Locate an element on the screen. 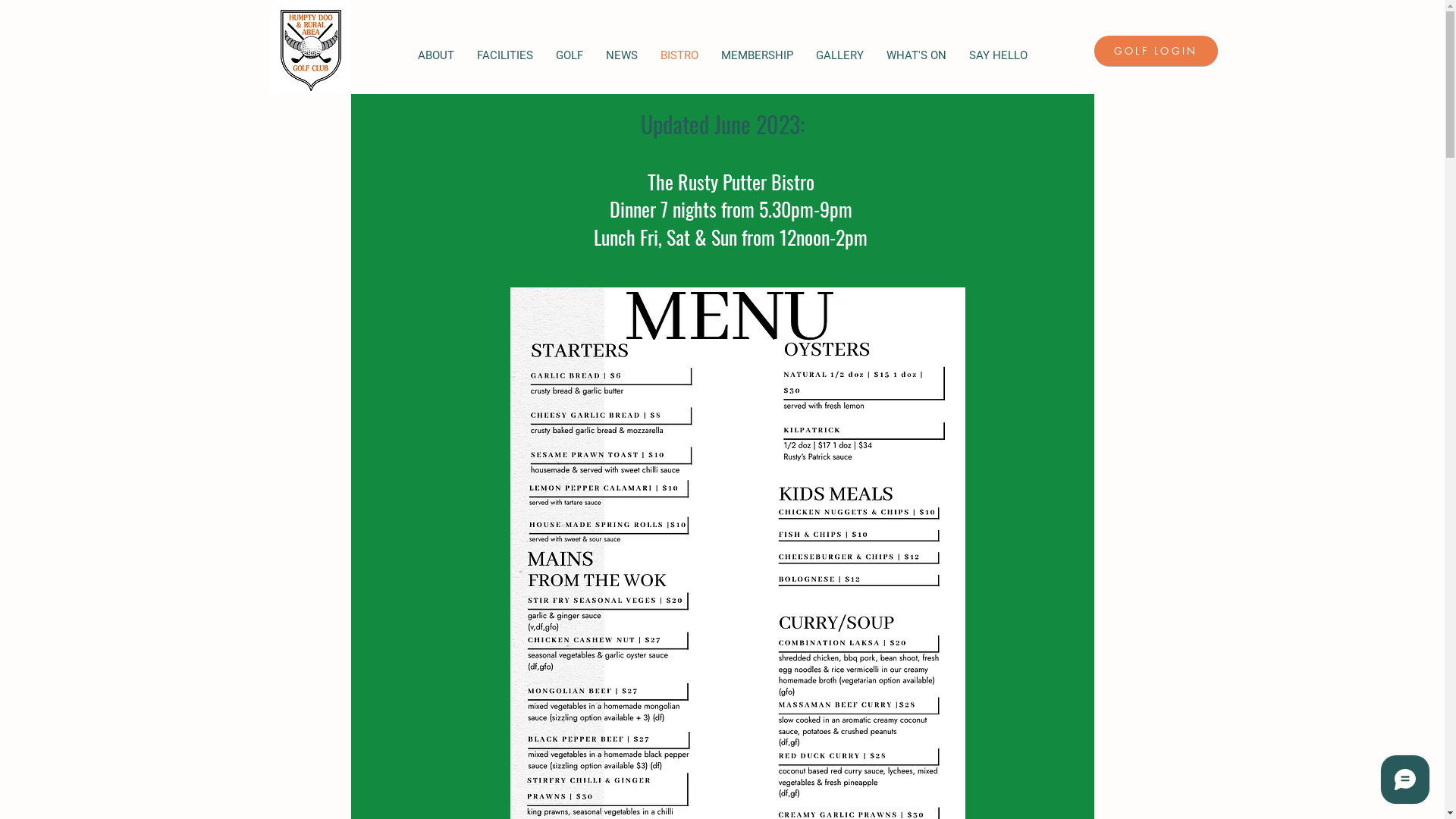  'GALLERY' is located at coordinates (803, 55).